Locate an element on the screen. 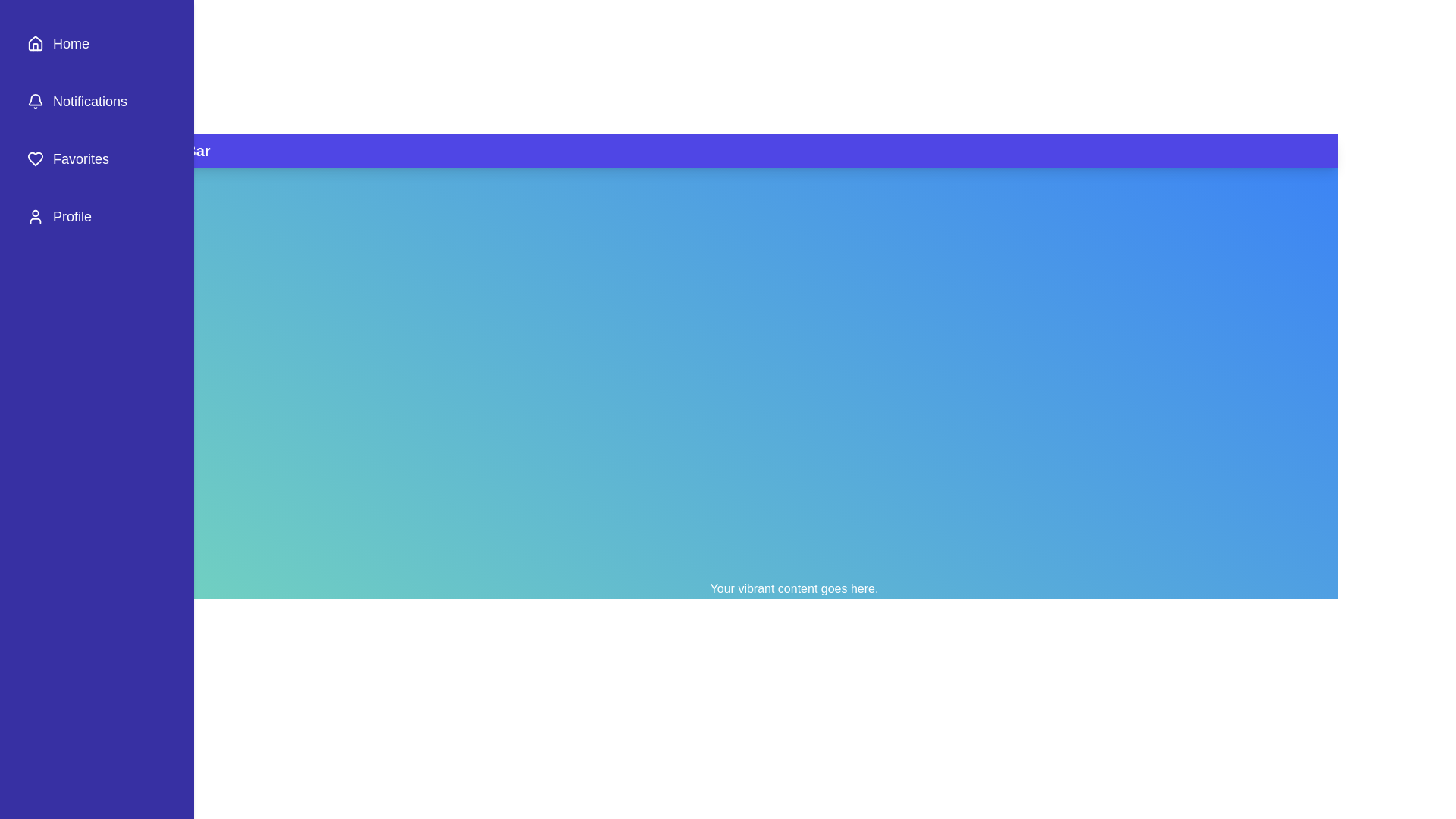 The image size is (1456, 819). the menu item Favorites in the sidebar is located at coordinates (96, 158).